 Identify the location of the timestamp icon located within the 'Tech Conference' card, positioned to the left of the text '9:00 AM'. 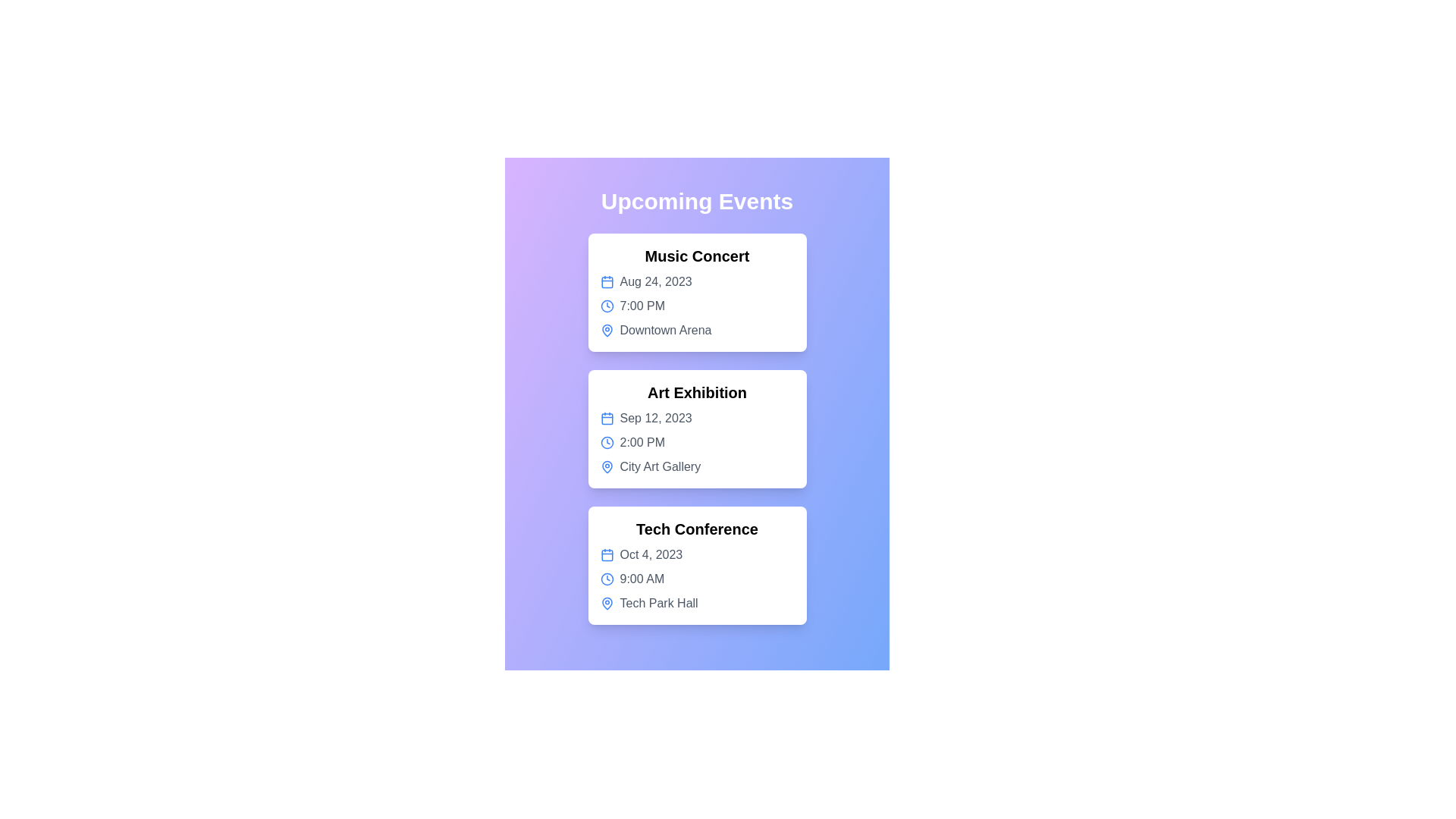
(607, 579).